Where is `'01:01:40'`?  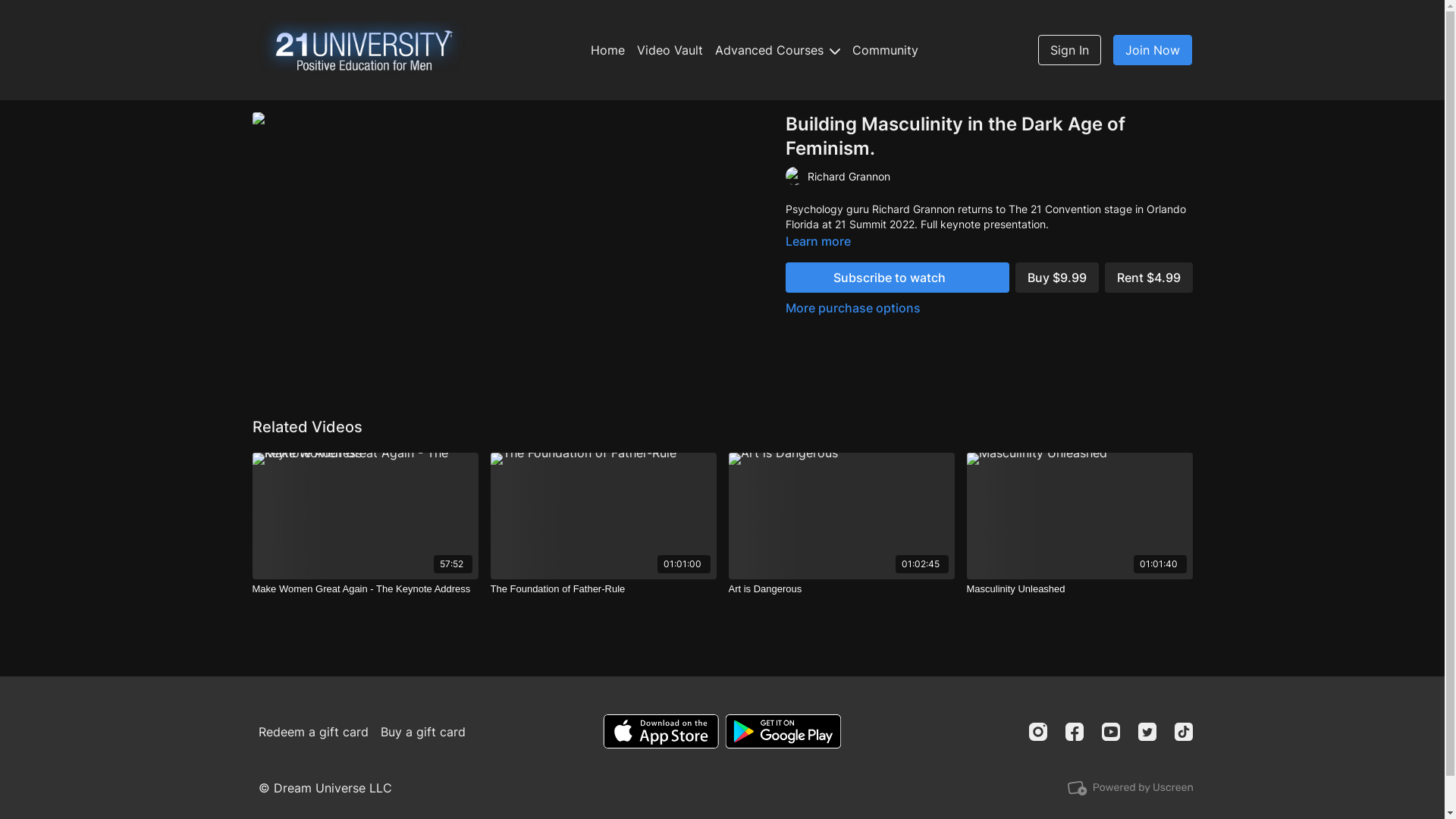 '01:01:40' is located at coordinates (965, 515).